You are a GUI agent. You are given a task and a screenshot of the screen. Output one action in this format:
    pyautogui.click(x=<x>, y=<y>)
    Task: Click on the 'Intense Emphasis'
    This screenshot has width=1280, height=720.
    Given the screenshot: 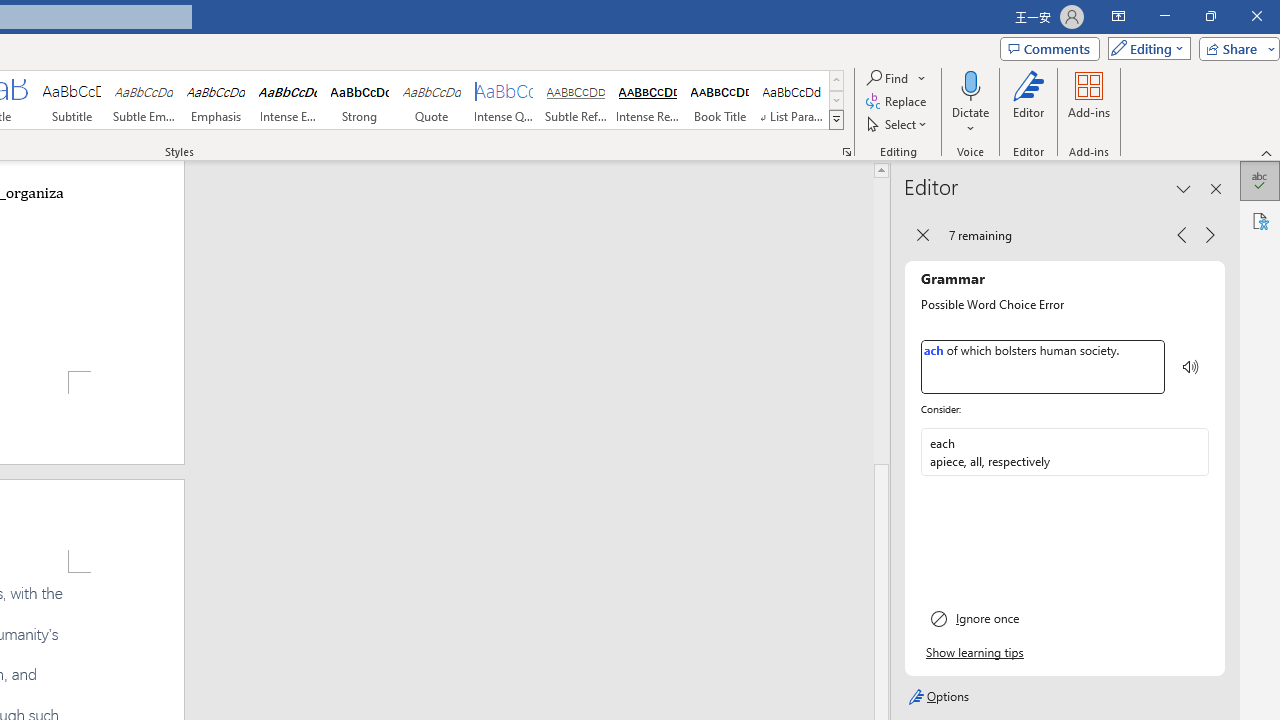 What is the action you would take?
    pyautogui.click(x=287, y=100)
    